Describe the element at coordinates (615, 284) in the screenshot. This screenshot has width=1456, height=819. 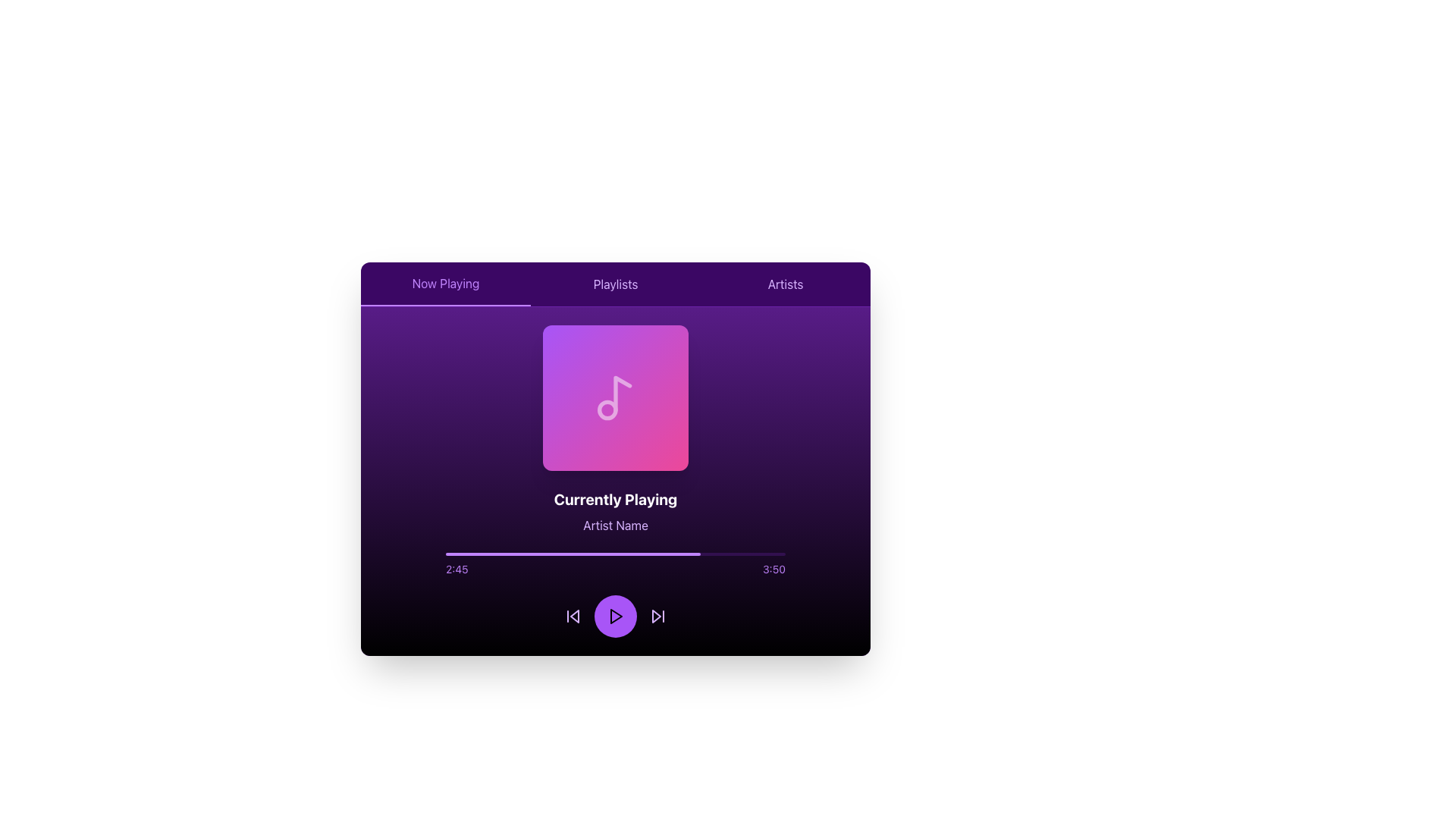
I see `the 'Playlists' button, which is a horizontally-aligned text label with a purple hue, located in the middle of a row of three options at the top of the user interface panel` at that location.